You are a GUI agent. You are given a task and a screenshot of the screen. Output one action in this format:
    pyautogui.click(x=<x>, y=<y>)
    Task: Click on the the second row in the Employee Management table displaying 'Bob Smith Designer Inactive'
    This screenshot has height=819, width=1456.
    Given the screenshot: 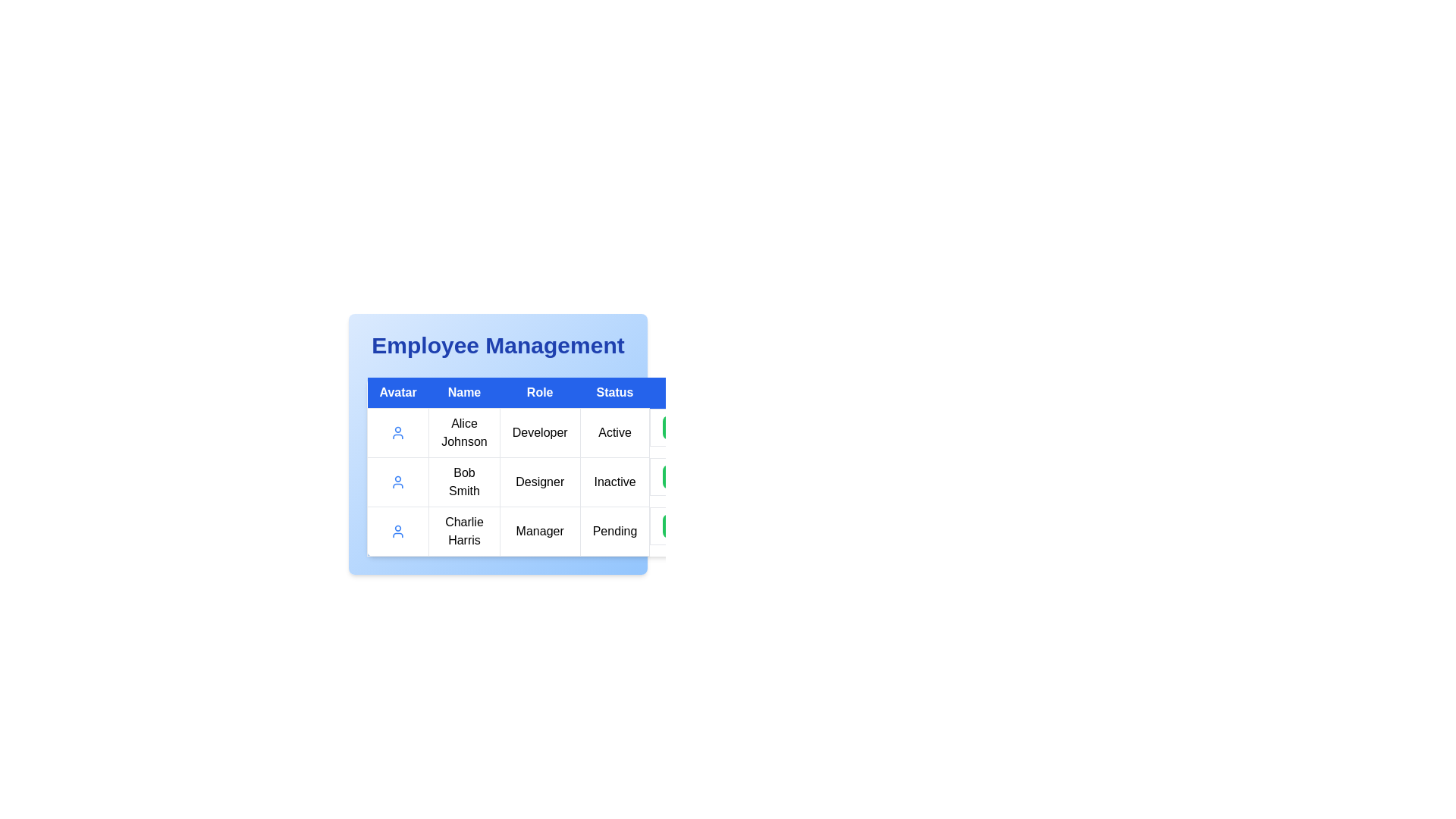 What is the action you would take?
    pyautogui.click(x=563, y=482)
    